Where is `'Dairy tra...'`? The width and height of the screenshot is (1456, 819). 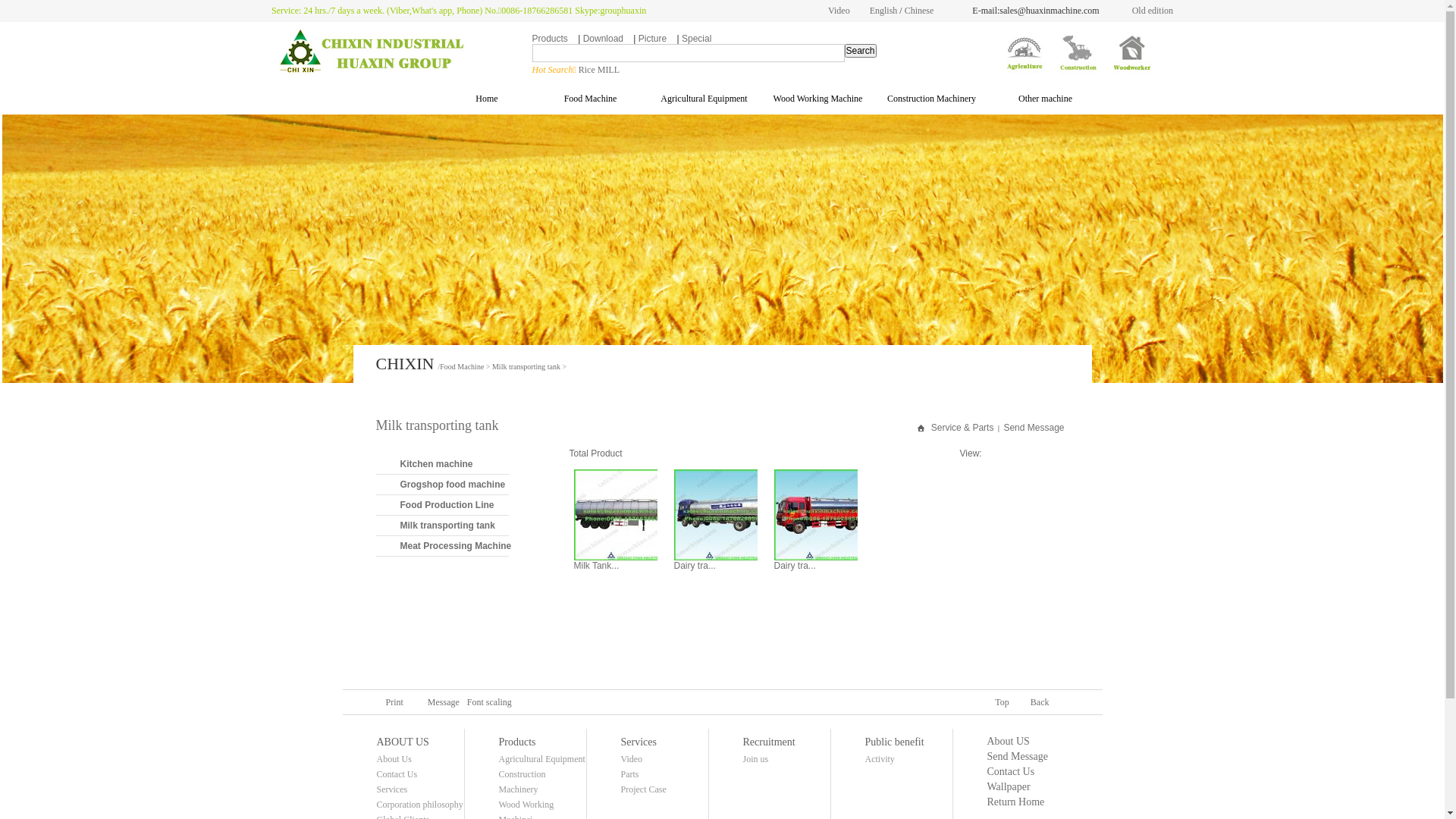 'Dairy tra...' is located at coordinates (693, 565).